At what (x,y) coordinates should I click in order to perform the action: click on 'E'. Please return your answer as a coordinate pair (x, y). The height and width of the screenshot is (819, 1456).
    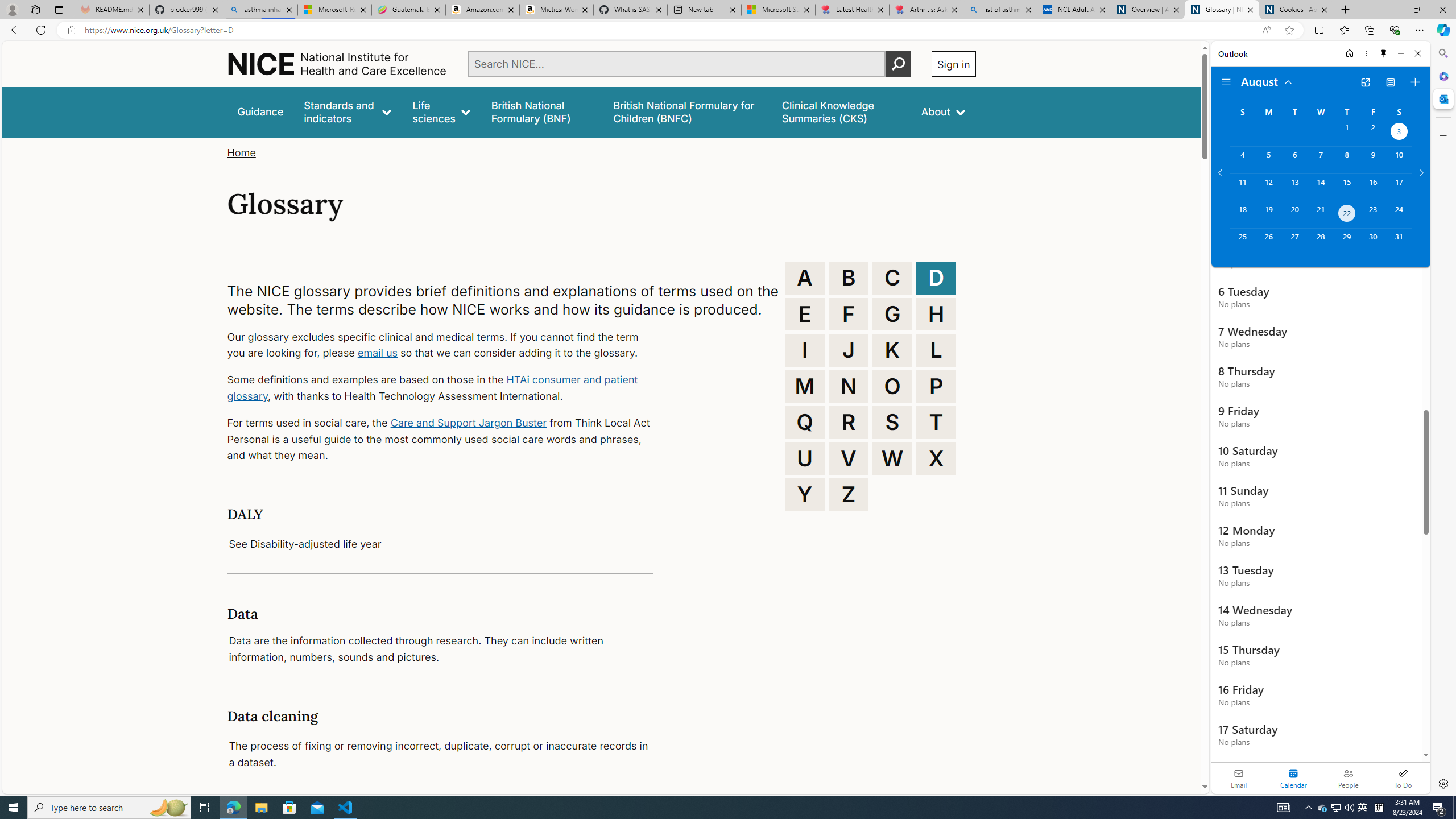
    Looking at the image, I should click on (804, 313).